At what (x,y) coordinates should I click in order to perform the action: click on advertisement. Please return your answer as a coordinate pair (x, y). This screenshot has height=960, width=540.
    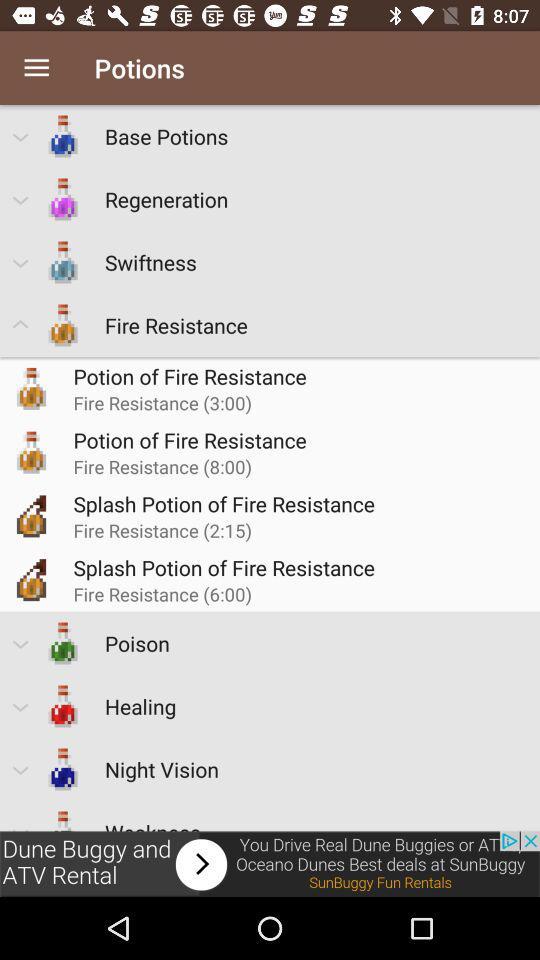
    Looking at the image, I should click on (270, 863).